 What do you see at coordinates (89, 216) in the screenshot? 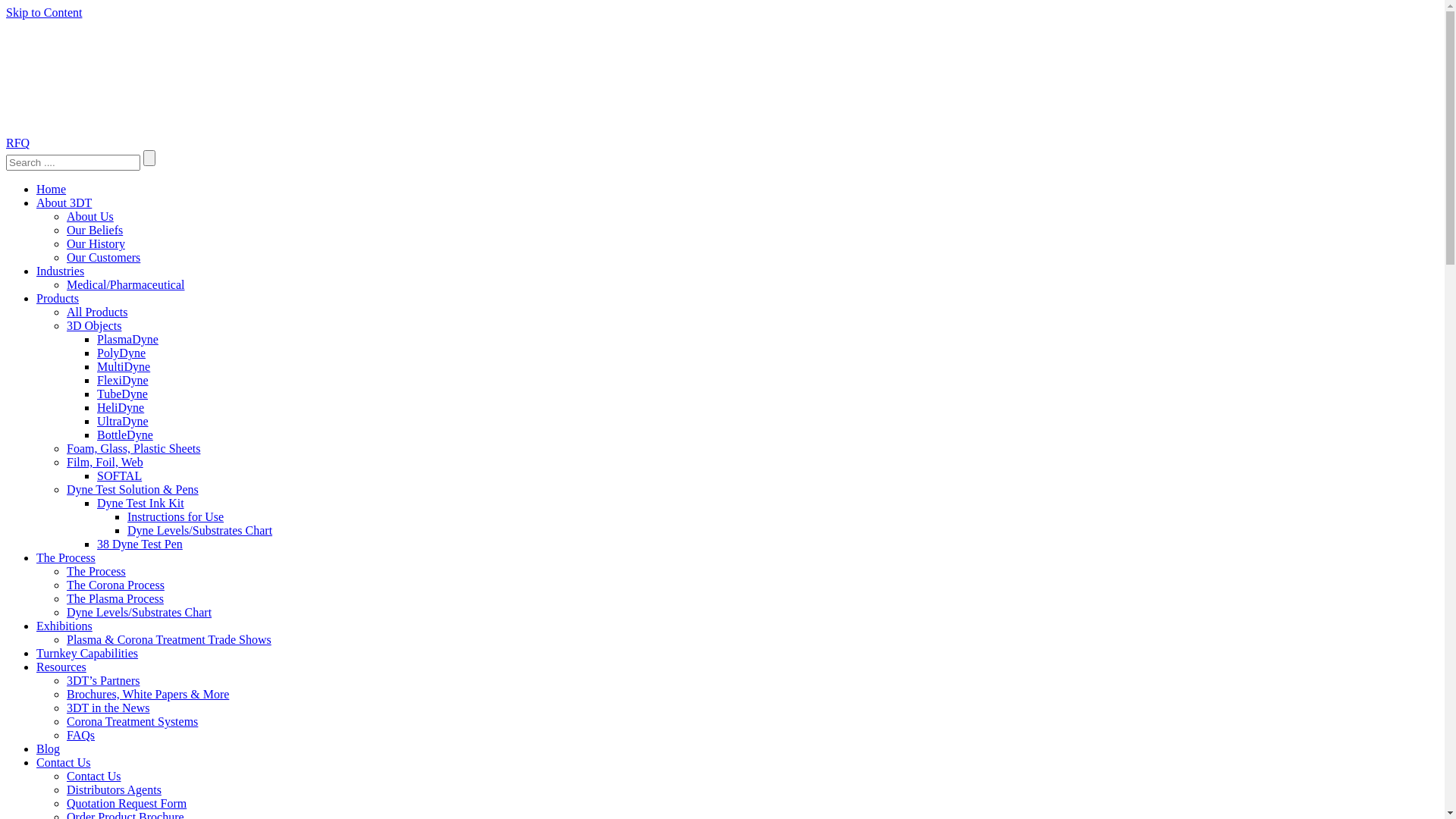
I see `'About Us'` at bounding box center [89, 216].